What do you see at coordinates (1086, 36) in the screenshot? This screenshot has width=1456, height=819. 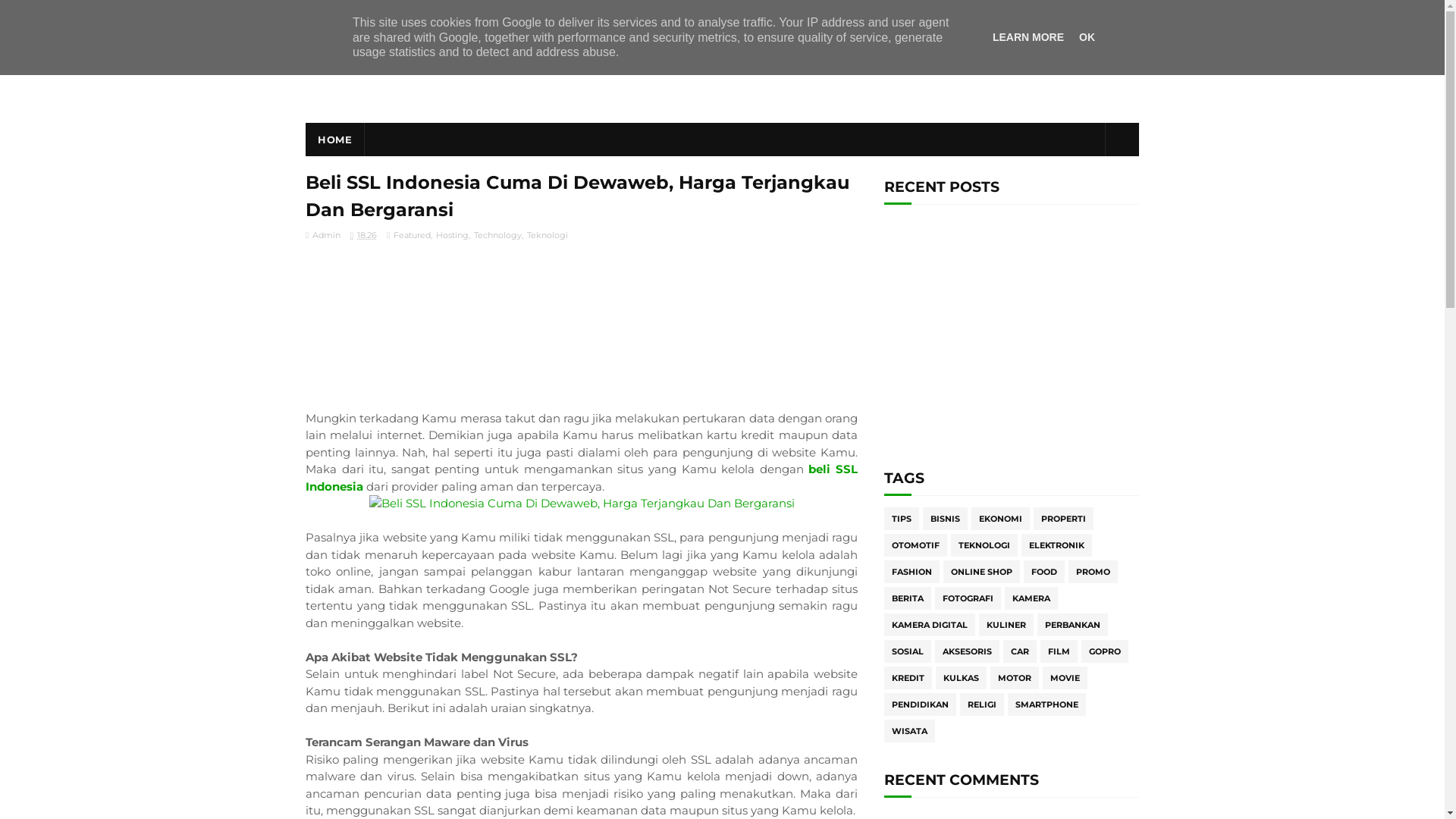 I see `'OK'` at bounding box center [1086, 36].